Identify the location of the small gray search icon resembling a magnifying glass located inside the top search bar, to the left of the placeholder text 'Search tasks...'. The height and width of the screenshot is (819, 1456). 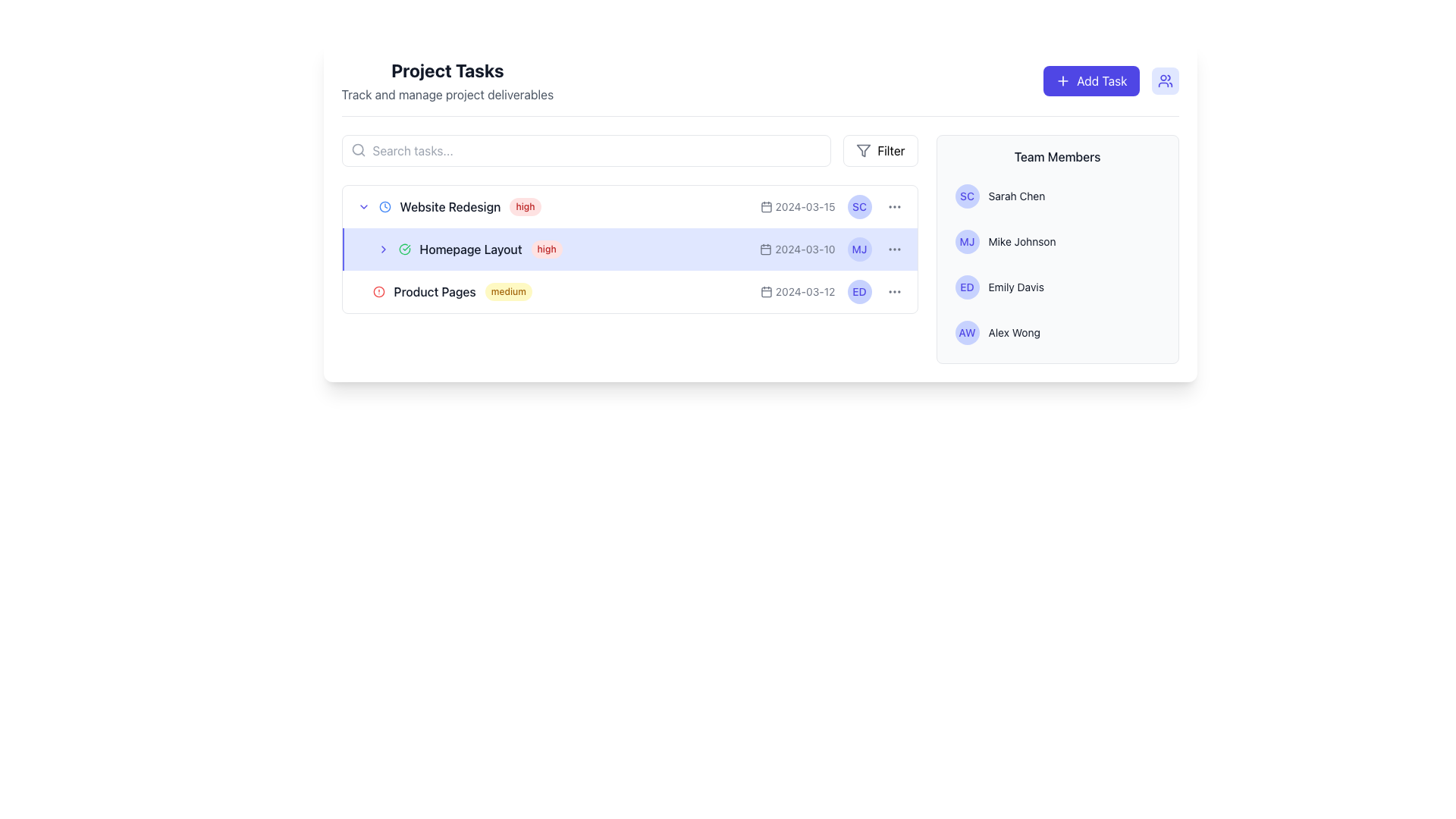
(357, 149).